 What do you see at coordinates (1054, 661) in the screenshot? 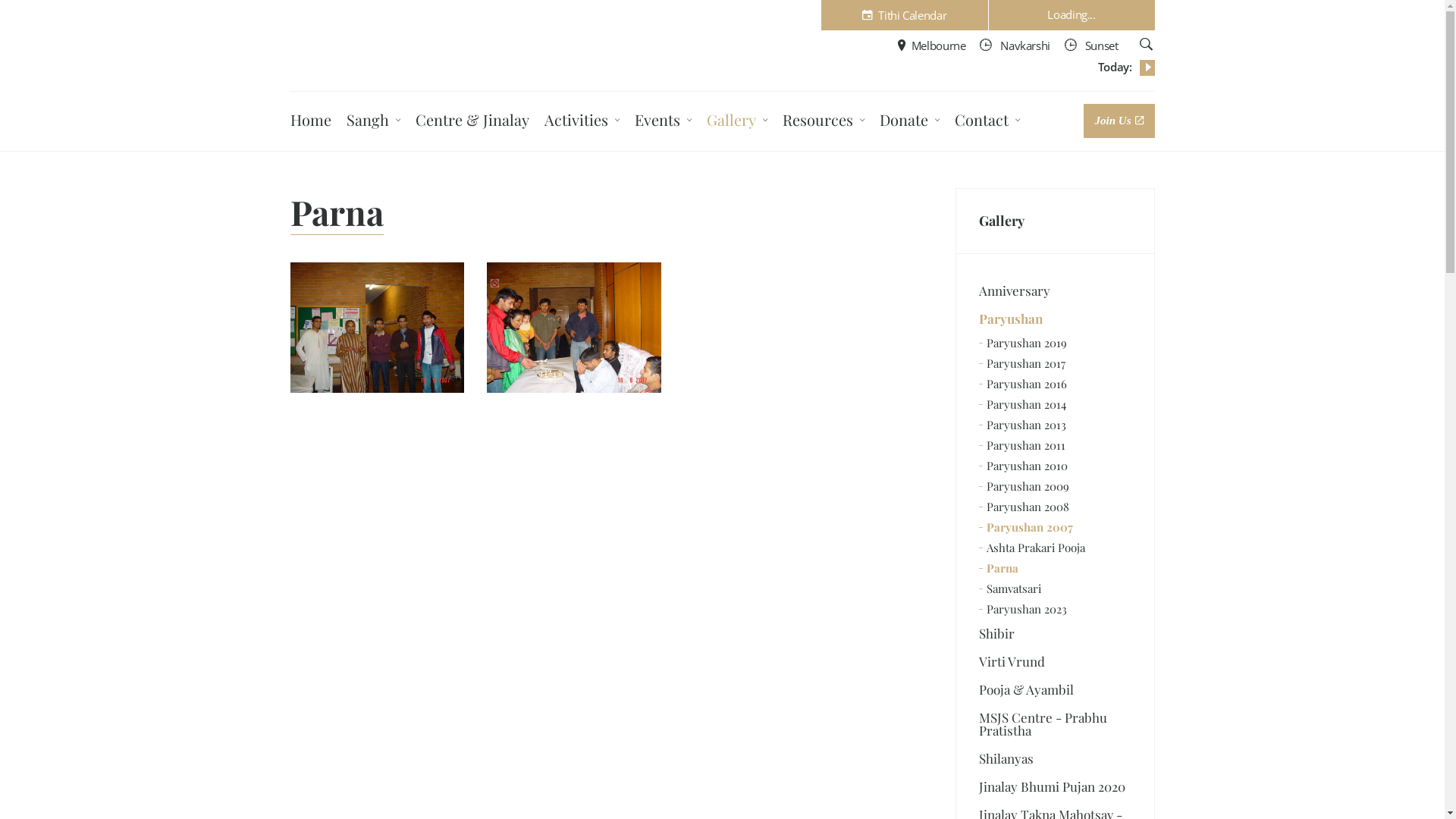
I see `'Virti Vrund'` at bounding box center [1054, 661].